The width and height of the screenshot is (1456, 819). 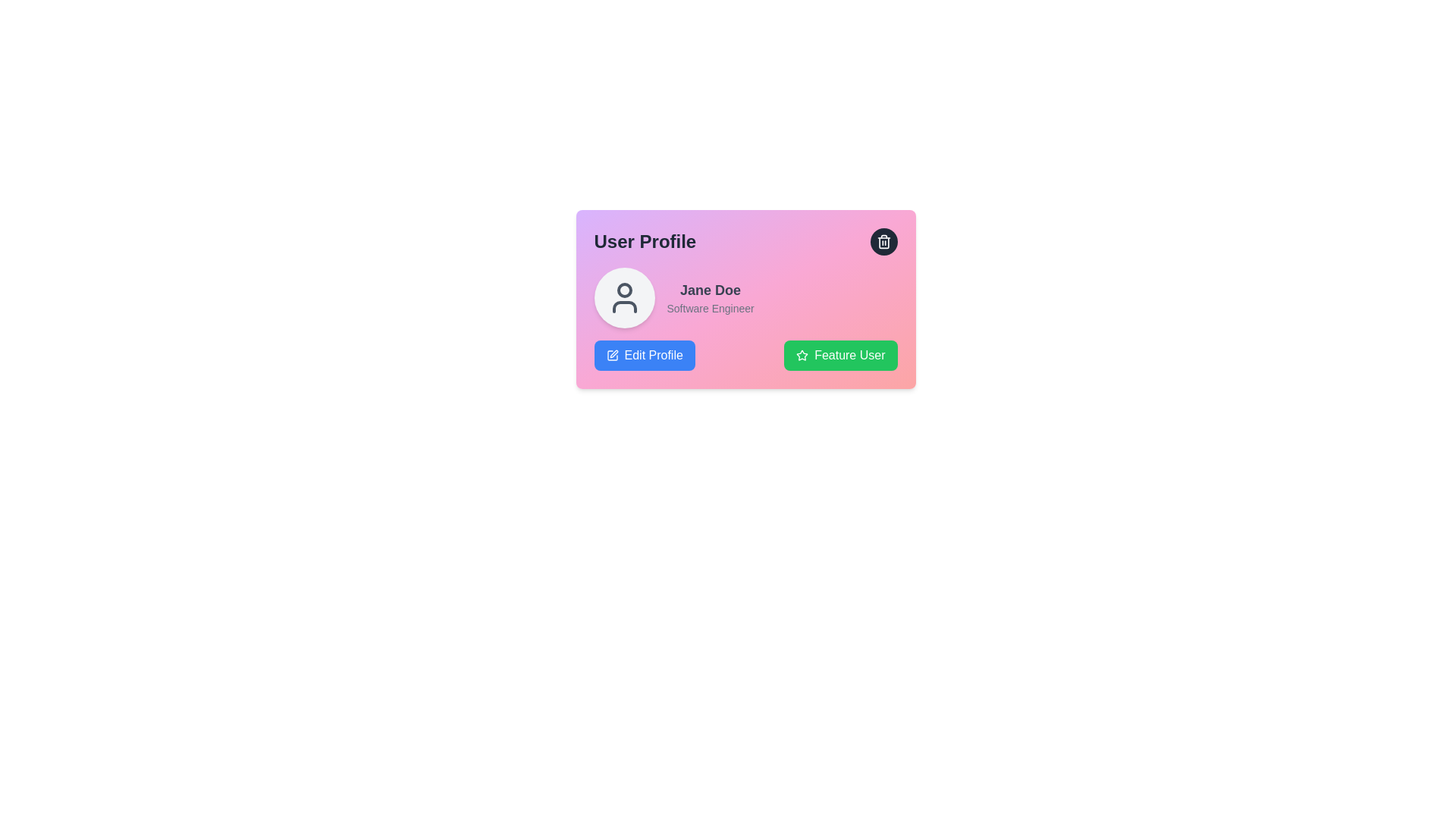 What do you see at coordinates (802, 356) in the screenshot?
I see `the star-shaped icon with a hollow outline and green background` at bounding box center [802, 356].